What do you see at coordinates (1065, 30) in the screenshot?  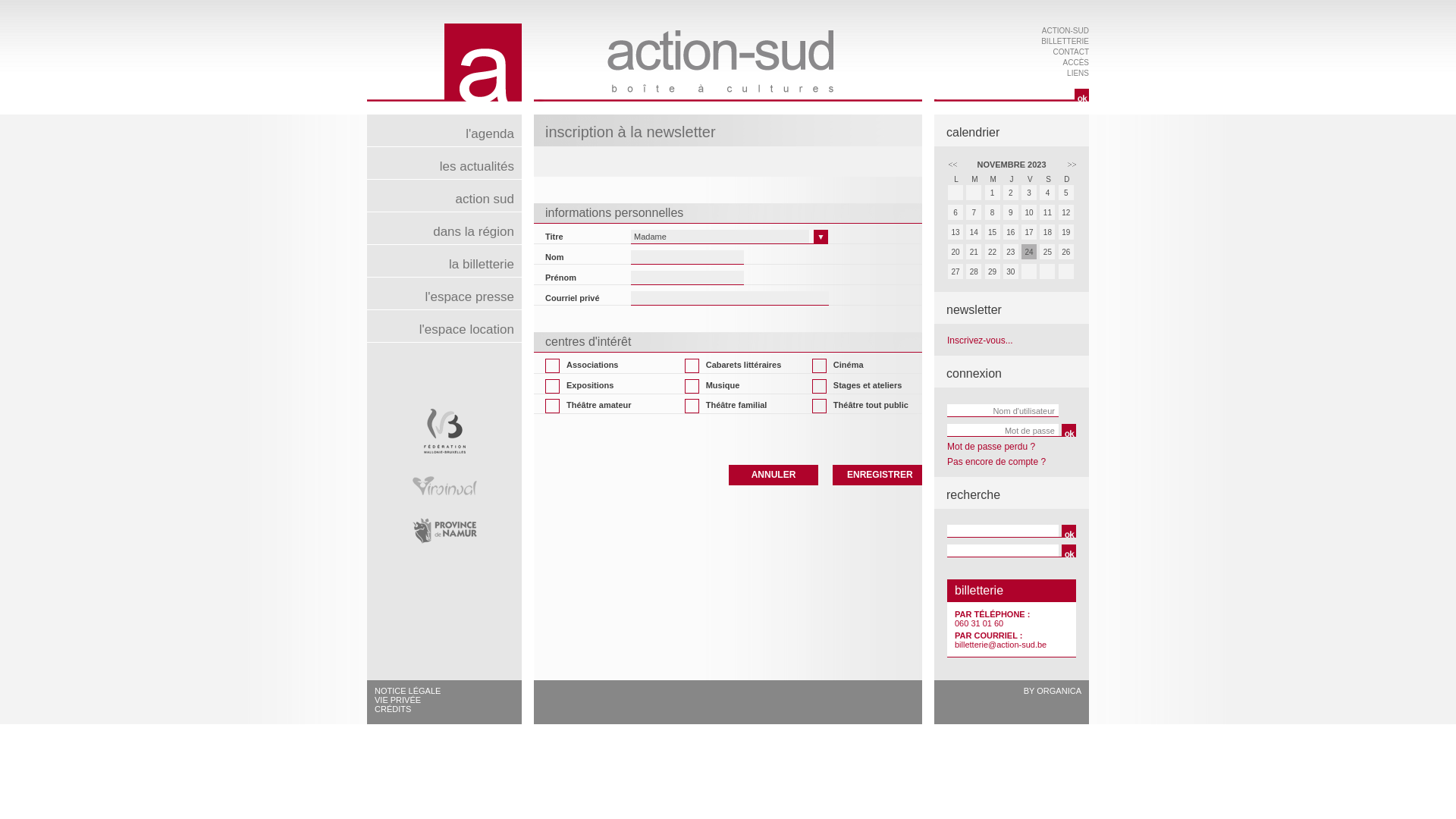 I see `'ACTION-SUD'` at bounding box center [1065, 30].